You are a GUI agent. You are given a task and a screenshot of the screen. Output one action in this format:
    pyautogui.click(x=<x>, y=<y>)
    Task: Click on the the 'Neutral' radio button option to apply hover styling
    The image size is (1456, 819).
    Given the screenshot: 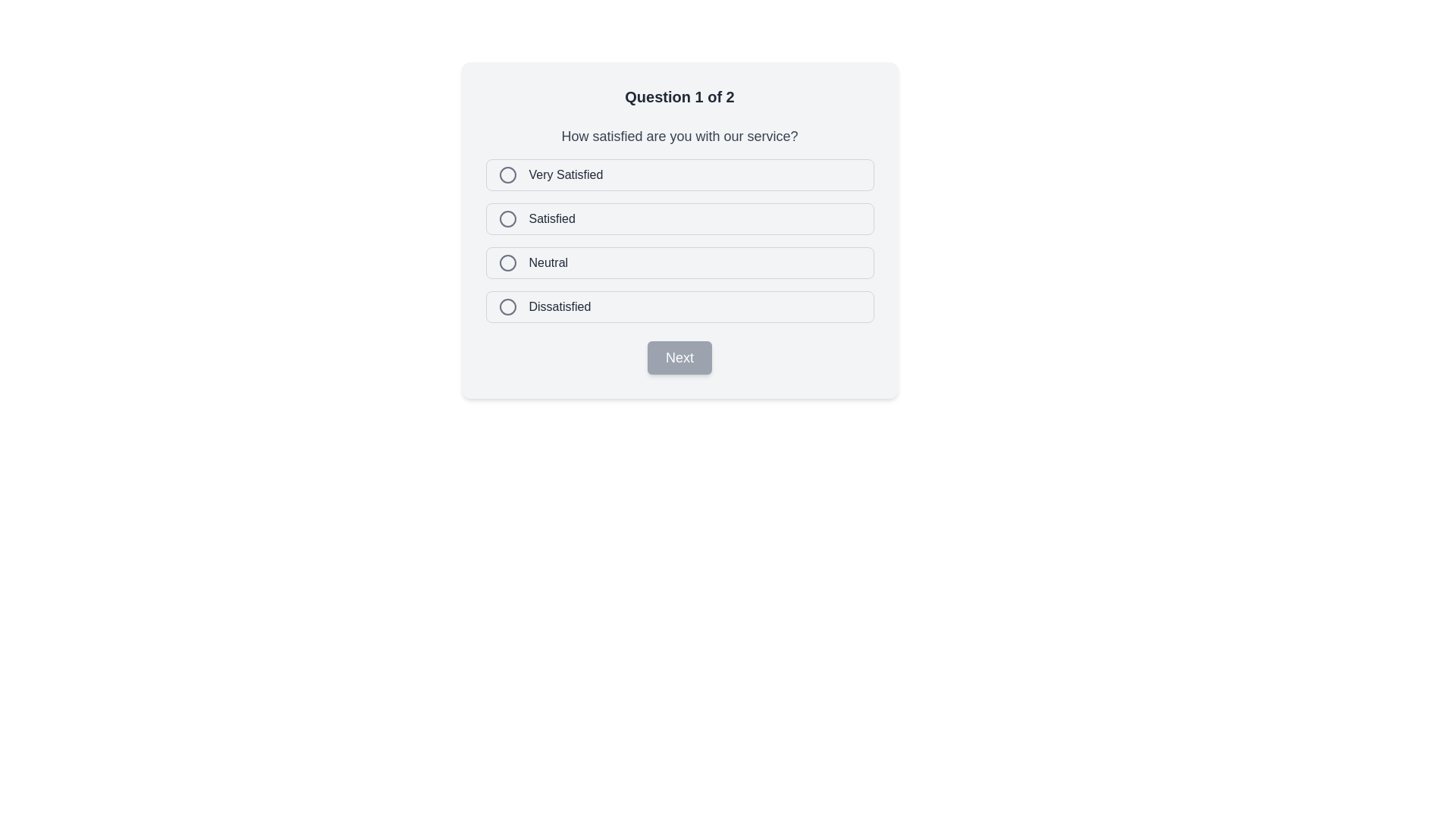 What is the action you would take?
    pyautogui.click(x=679, y=262)
    